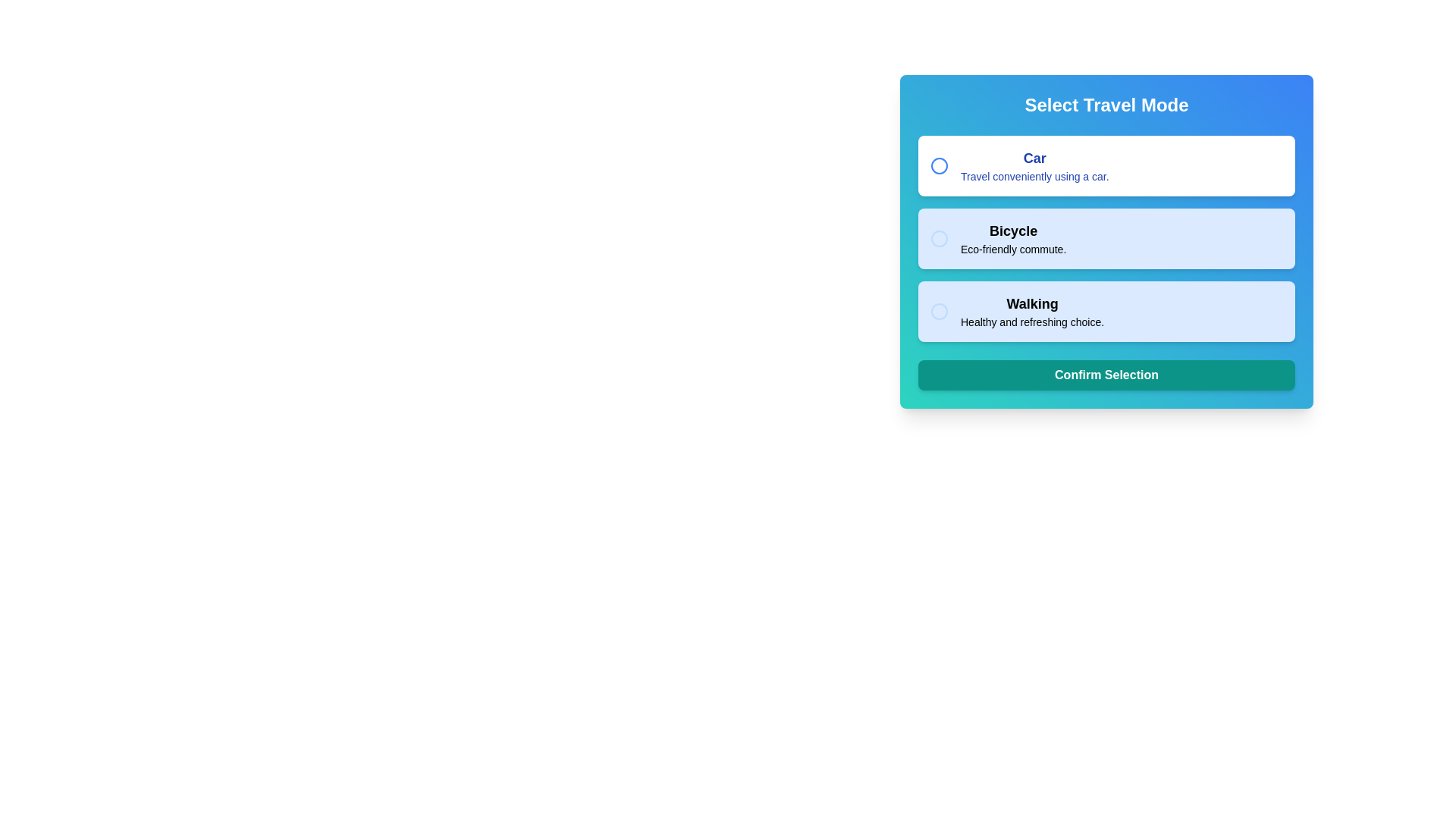 The height and width of the screenshot is (819, 1456). What do you see at coordinates (1106, 375) in the screenshot?
I see `the teal-colored 'Confirm Selection' button with white bold text located at the bottom center of the travel options box to confirm the selection` at bounding box center [1106, 375].